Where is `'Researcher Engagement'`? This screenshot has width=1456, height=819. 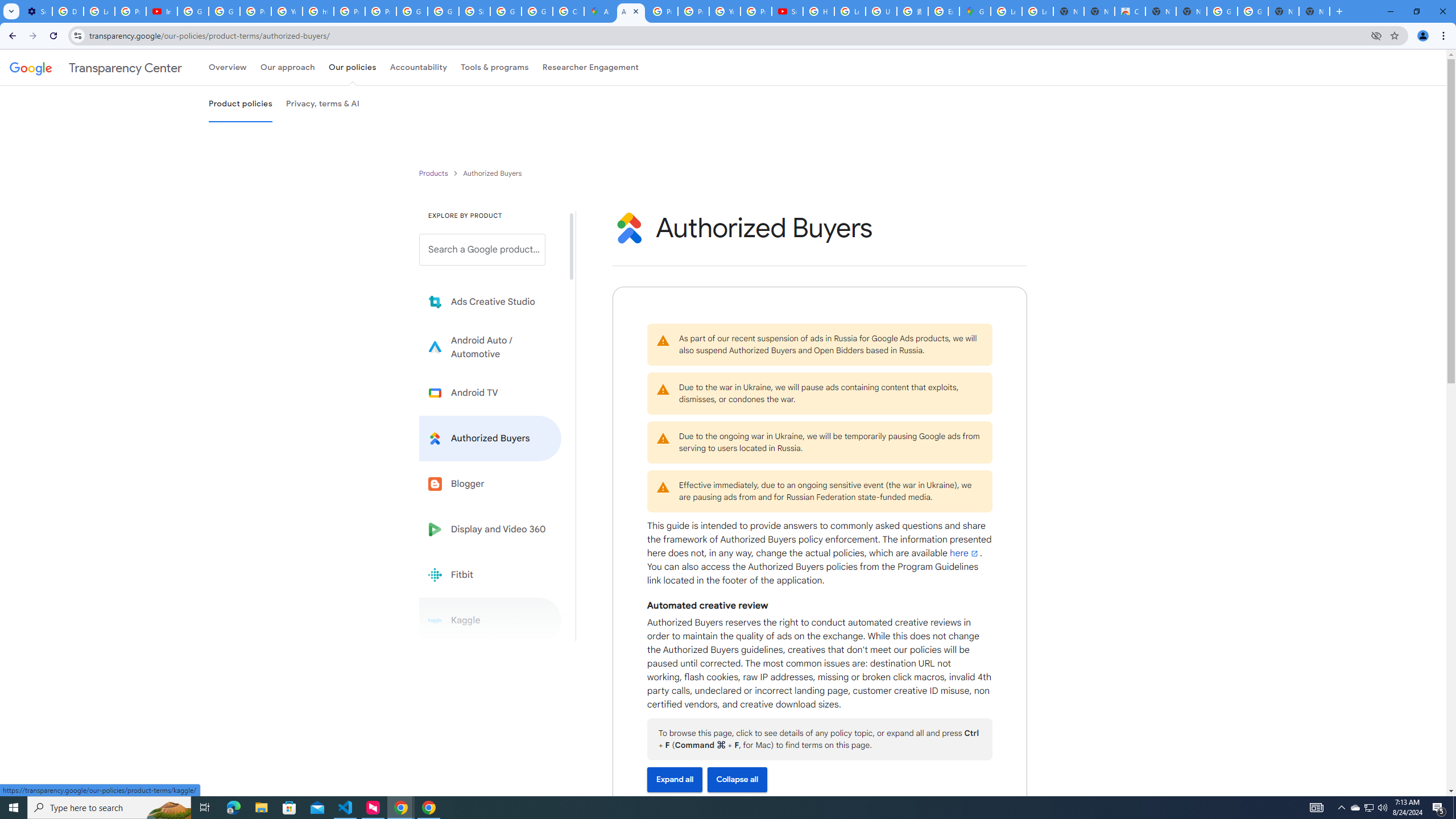
'Researcher Engagement' is located at coordinates (591, 67).